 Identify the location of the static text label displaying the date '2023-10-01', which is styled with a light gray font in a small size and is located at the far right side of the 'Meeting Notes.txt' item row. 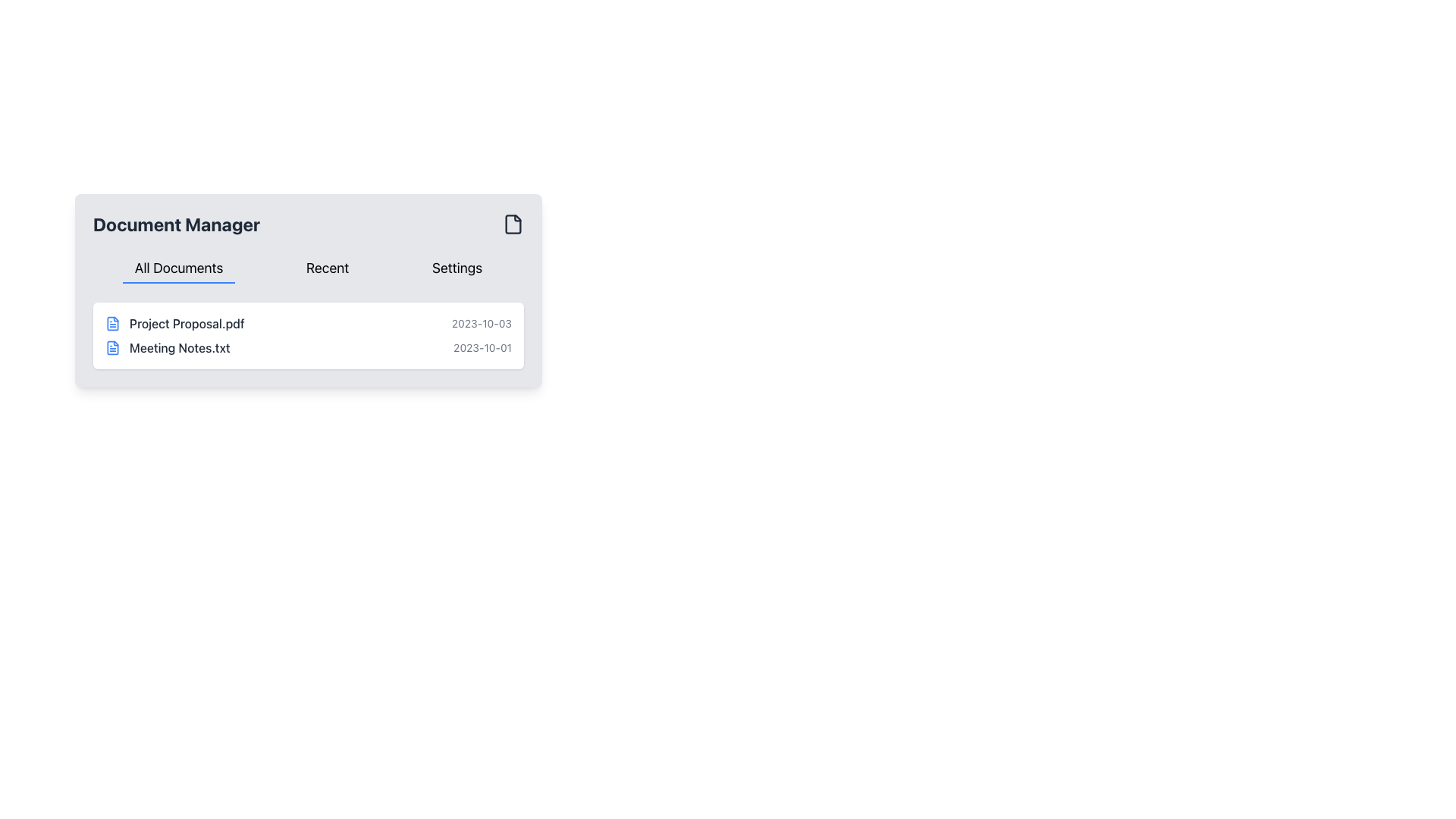
(482, 348).